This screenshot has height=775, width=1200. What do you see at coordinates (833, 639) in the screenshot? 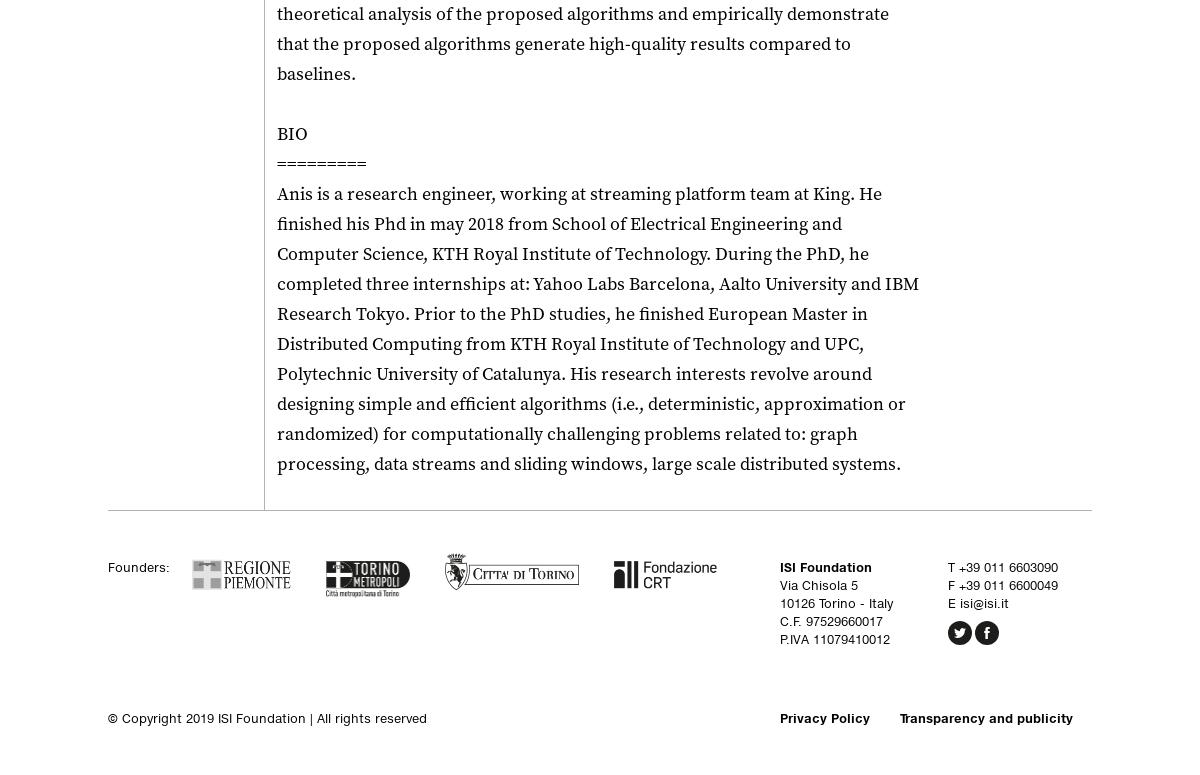
I see `'P.IVA 11079410012'` at bounding box center [833, 639].